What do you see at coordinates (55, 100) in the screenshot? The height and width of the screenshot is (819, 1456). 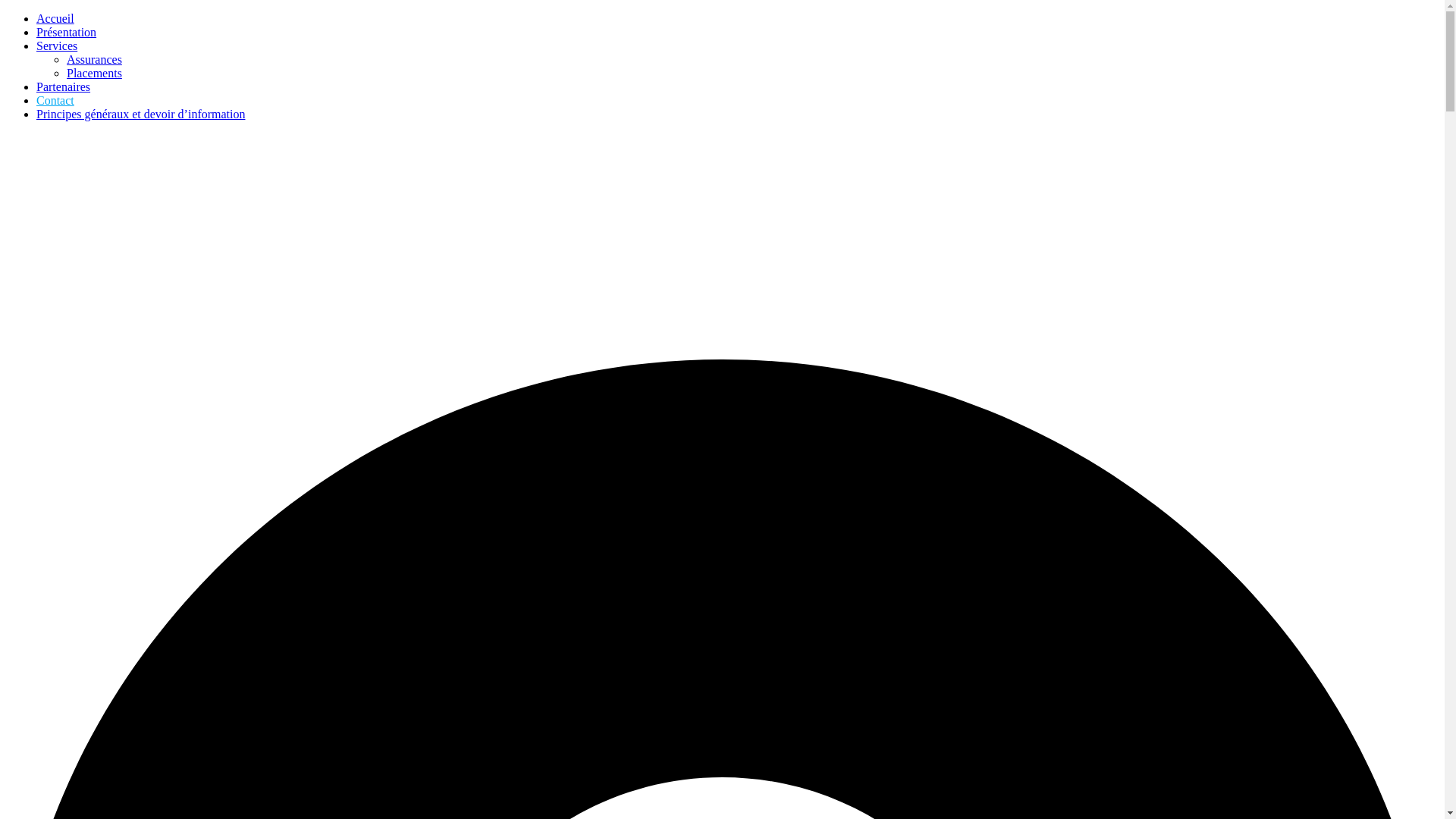 I see `'Contact'` at bounding box center [55, 100].